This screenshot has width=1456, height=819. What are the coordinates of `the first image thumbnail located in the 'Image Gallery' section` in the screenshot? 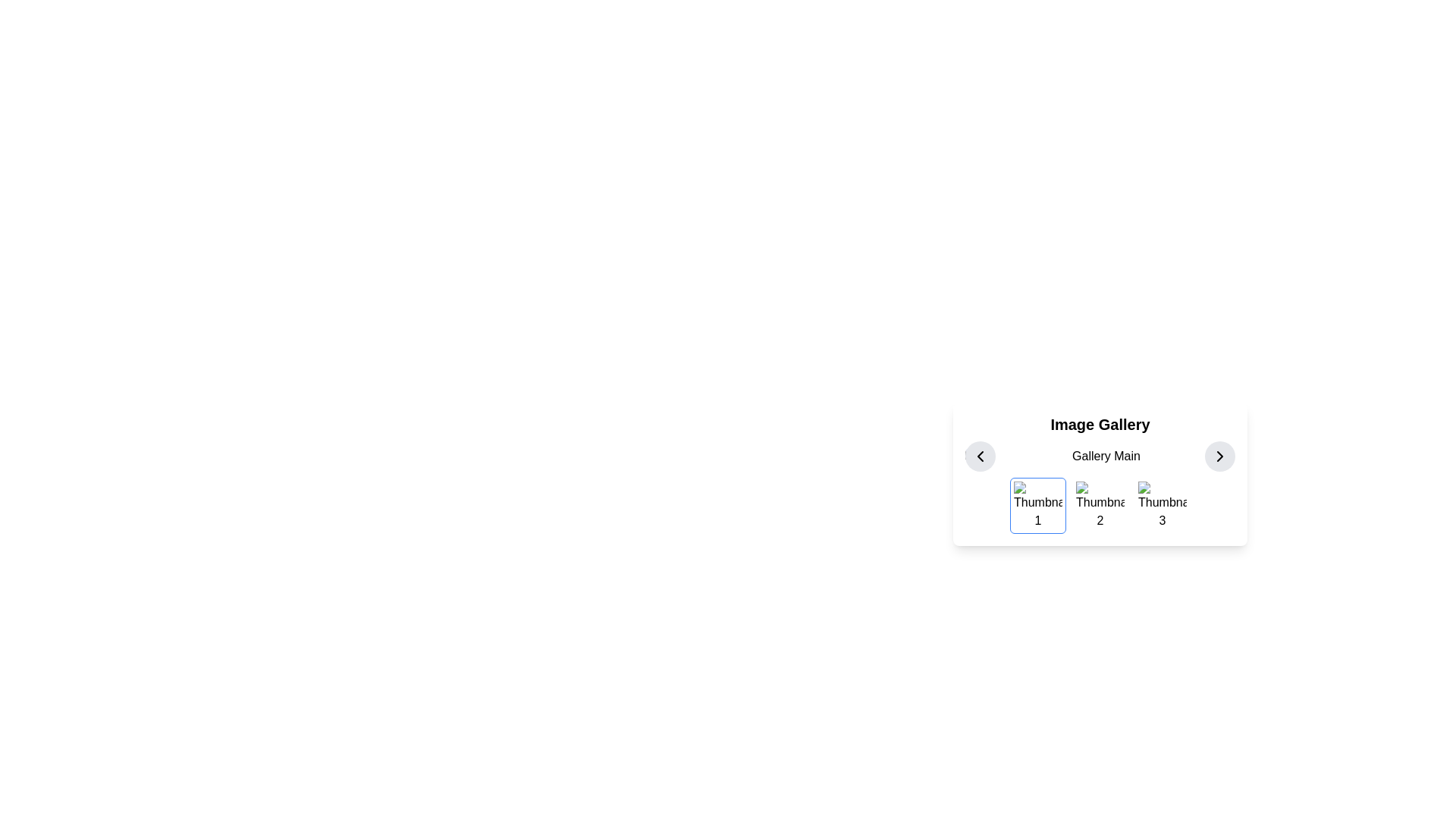 It's located at (1037, 506).